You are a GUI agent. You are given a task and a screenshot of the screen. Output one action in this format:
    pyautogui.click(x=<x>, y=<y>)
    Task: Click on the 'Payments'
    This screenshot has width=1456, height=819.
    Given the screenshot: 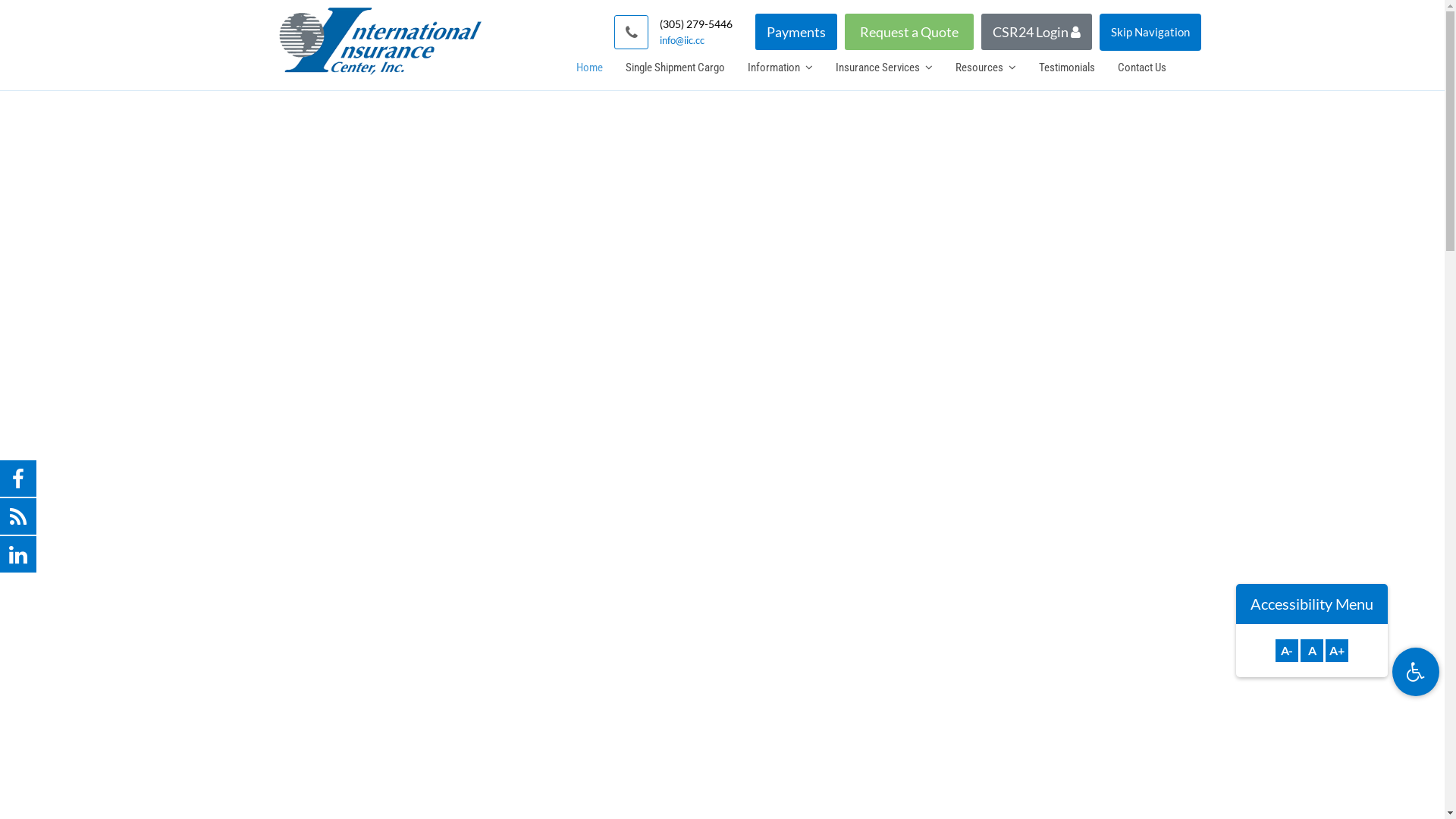 What is the action you would take?
    pyautogui.click(x=795, y=32)
    